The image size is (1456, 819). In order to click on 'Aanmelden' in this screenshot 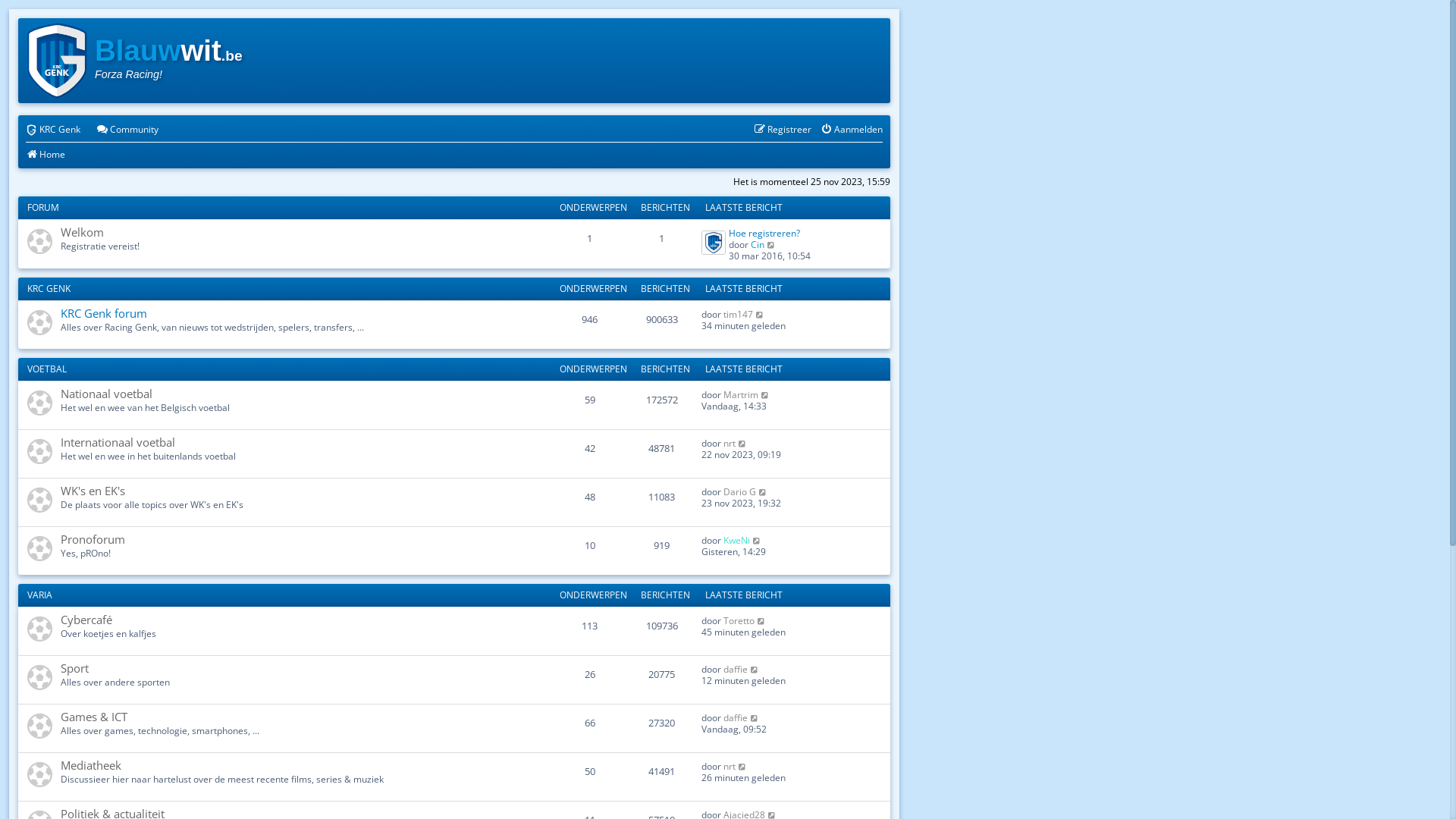, I will do `click(852, 129)`.